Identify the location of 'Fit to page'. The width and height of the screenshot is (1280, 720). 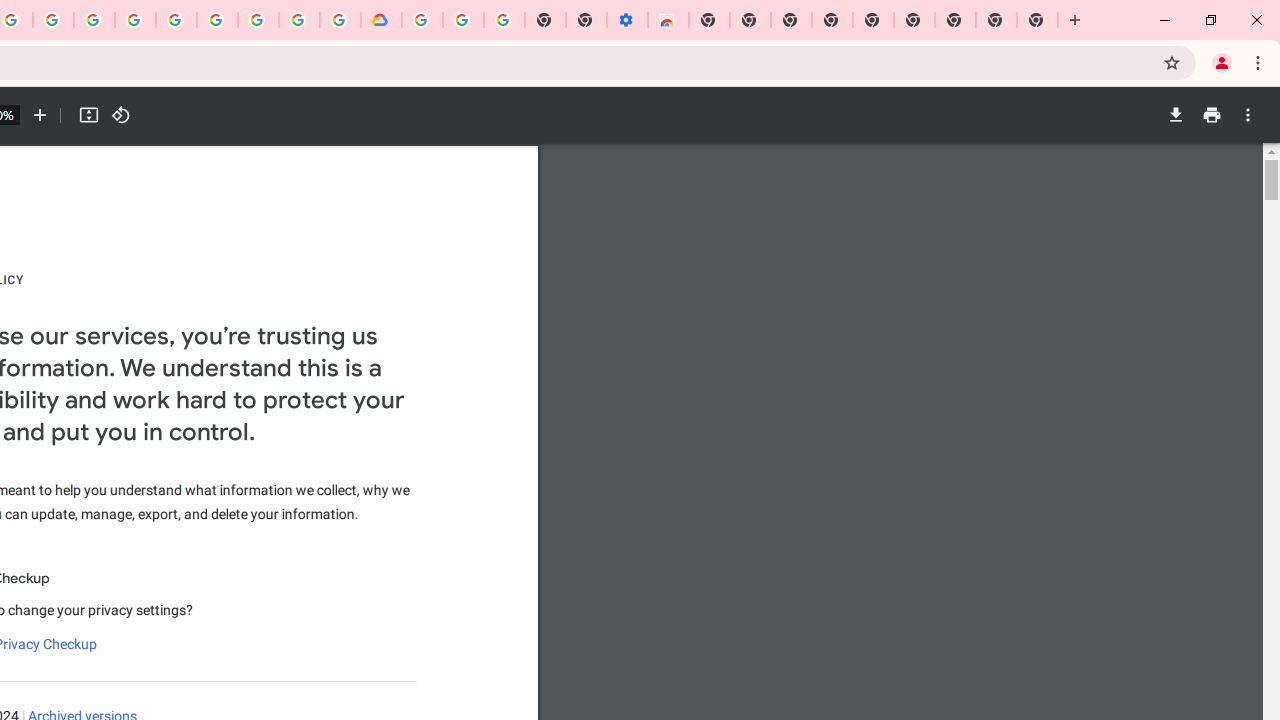
(87, 115).